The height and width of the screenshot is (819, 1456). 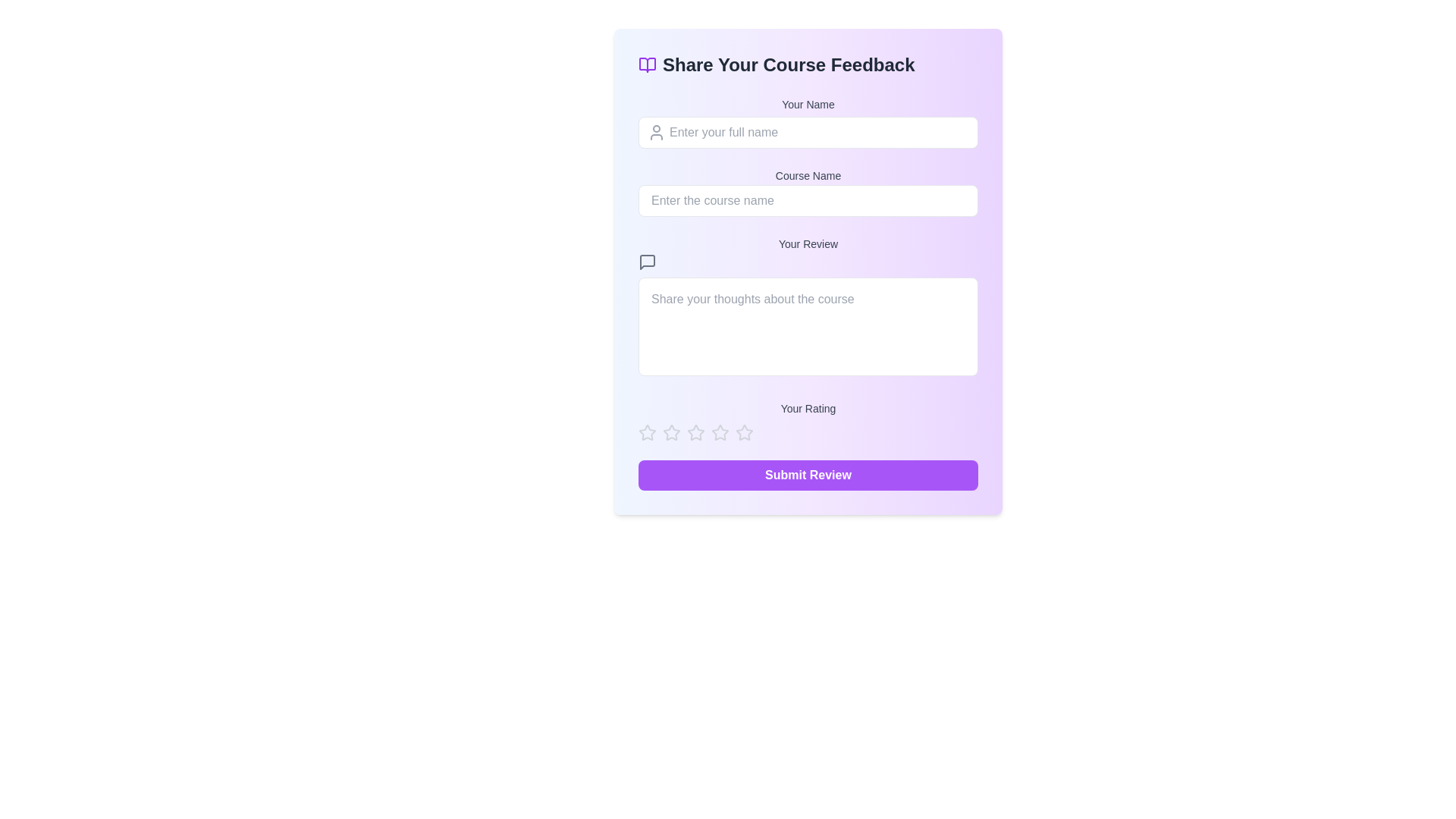 I want to click on the first star icon in the rating component for tooltip or visual feedback, so click(x=648, y=432).